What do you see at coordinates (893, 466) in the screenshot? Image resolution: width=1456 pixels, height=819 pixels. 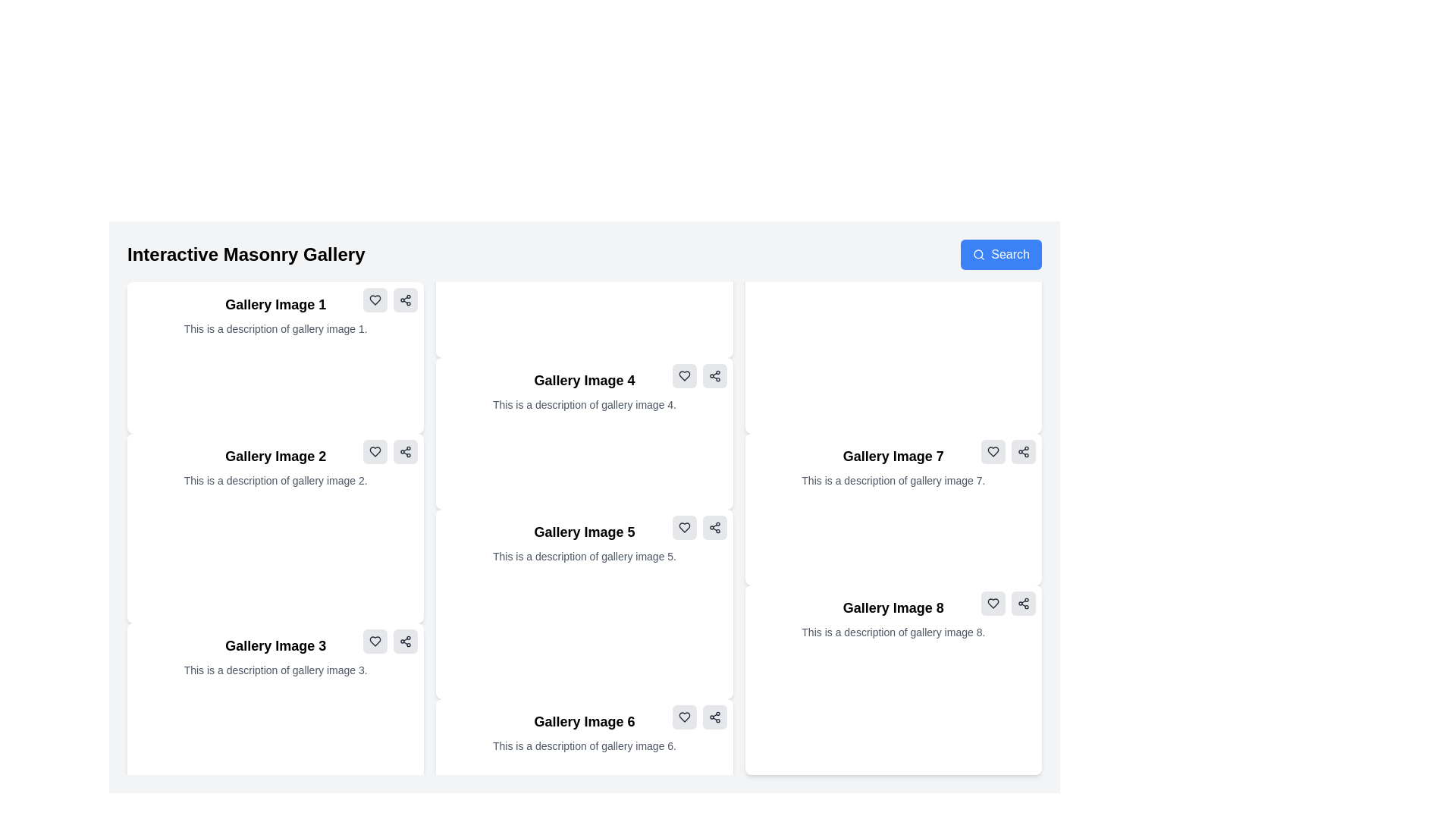 I see `the text block titled 'Gallery Image 7' which includes a description 'This is a description of gallery image 7.'` at bounding box center [893, 466].